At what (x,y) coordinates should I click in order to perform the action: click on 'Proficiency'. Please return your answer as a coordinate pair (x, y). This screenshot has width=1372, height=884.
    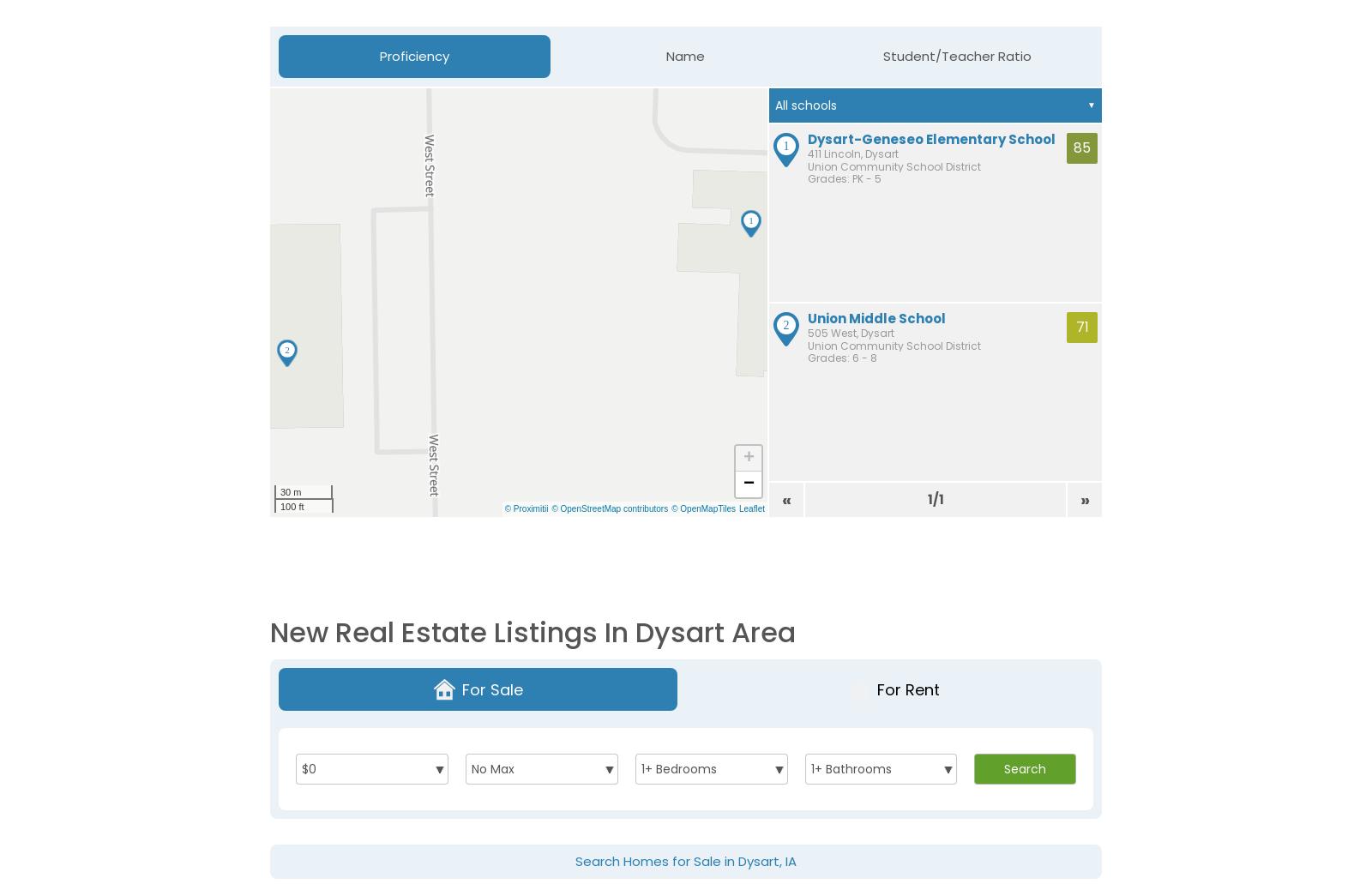
    Looking at the image, I should click on (412, 55).